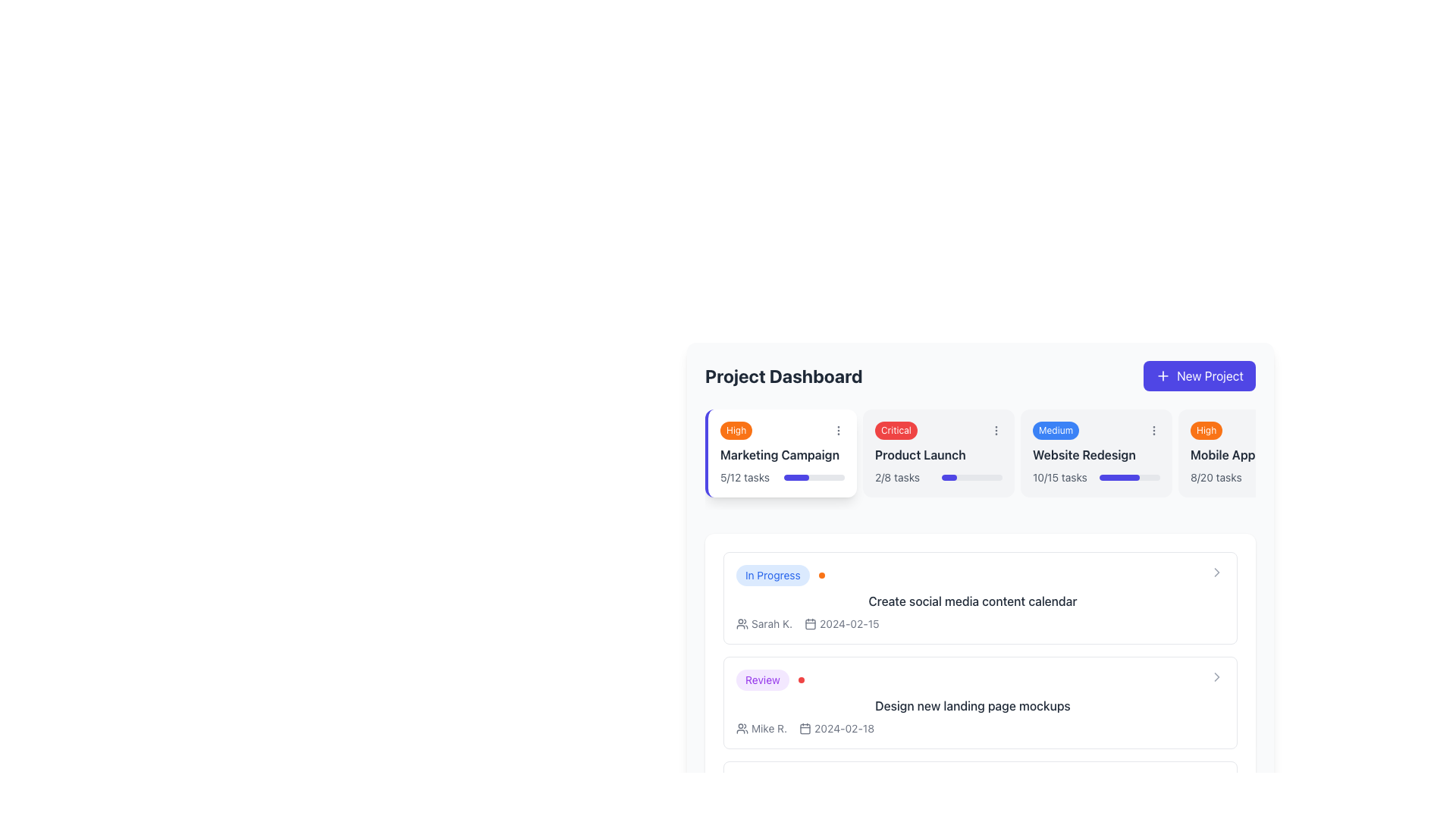  What do you see at coordinates (1055, 430) in the screenshot?
I see `the content of the status indicator label located at the top-right corner of the 'Website Redesign' card, next to the ellipsis menu icon` at bounding box center [1055, 430].